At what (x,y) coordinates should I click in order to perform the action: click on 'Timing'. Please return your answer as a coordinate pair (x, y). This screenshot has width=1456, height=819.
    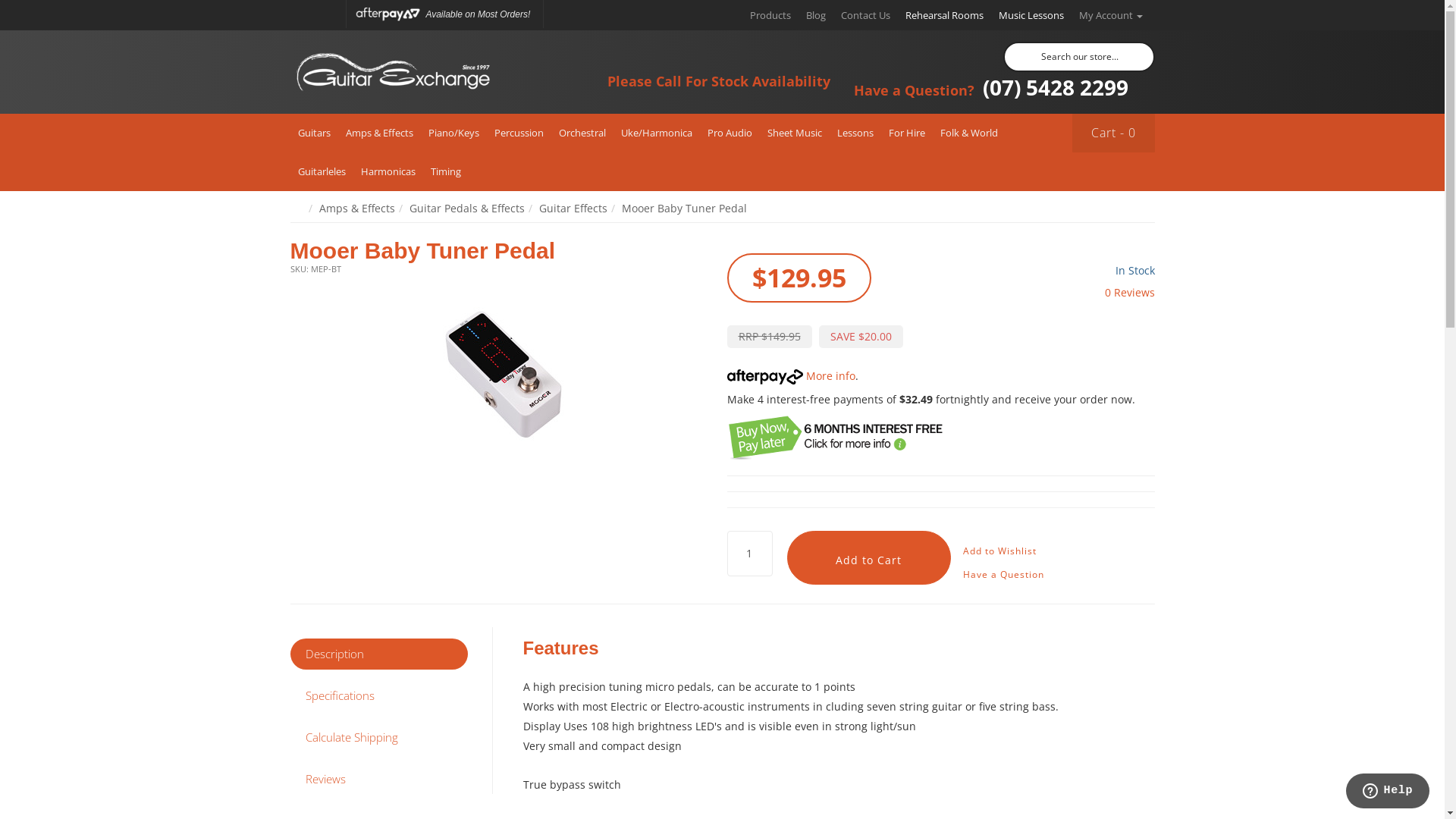
    Looking at the image, I should click on (445, 171).